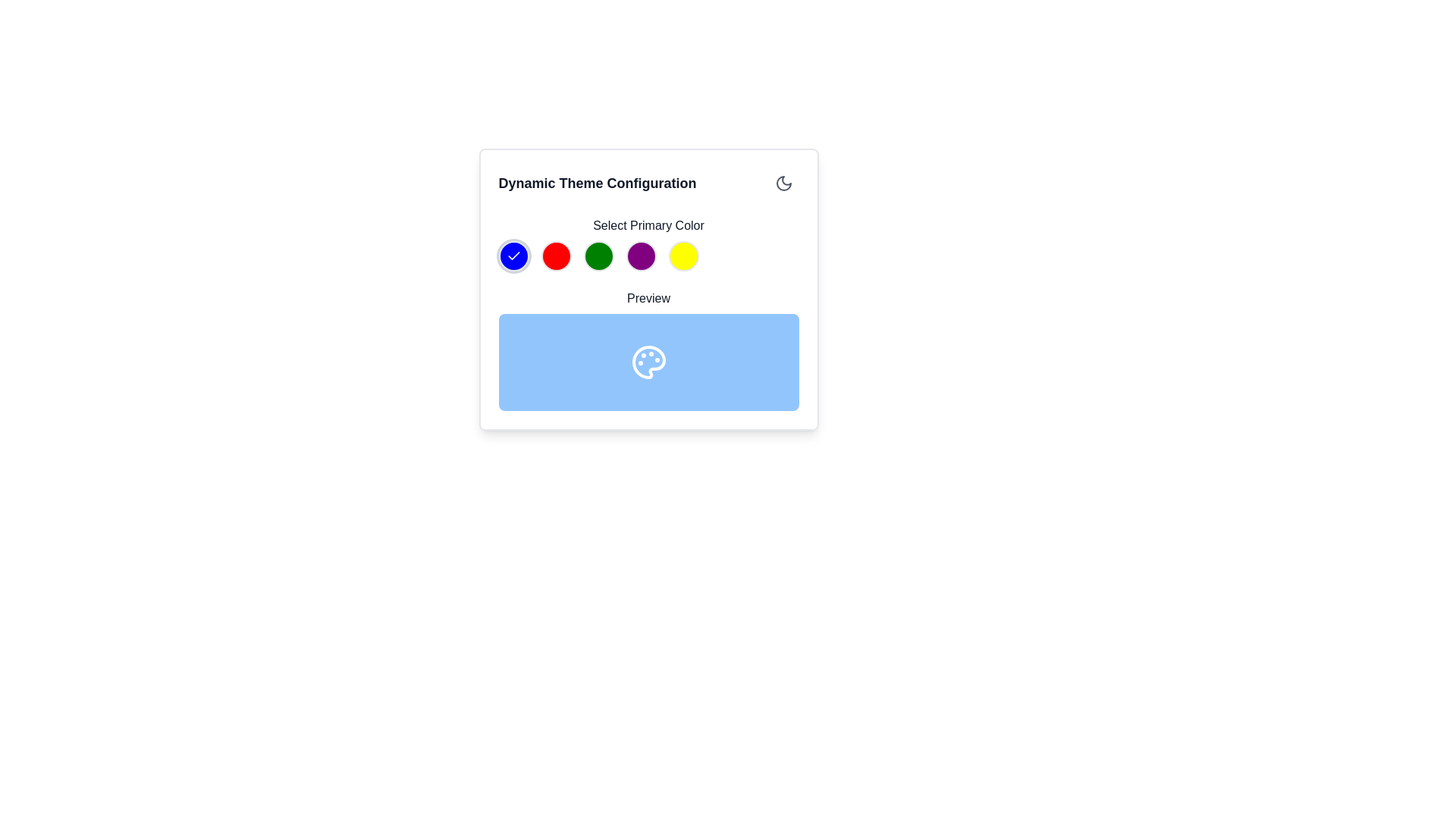 The width and height of the screenshot is (1456, 819). Describe the element at coordinates (555, 256) in the screenshot. I see `the small circular button with a bright red background located second in a row of buttons under the 'Select Primary Color' label` at that location.